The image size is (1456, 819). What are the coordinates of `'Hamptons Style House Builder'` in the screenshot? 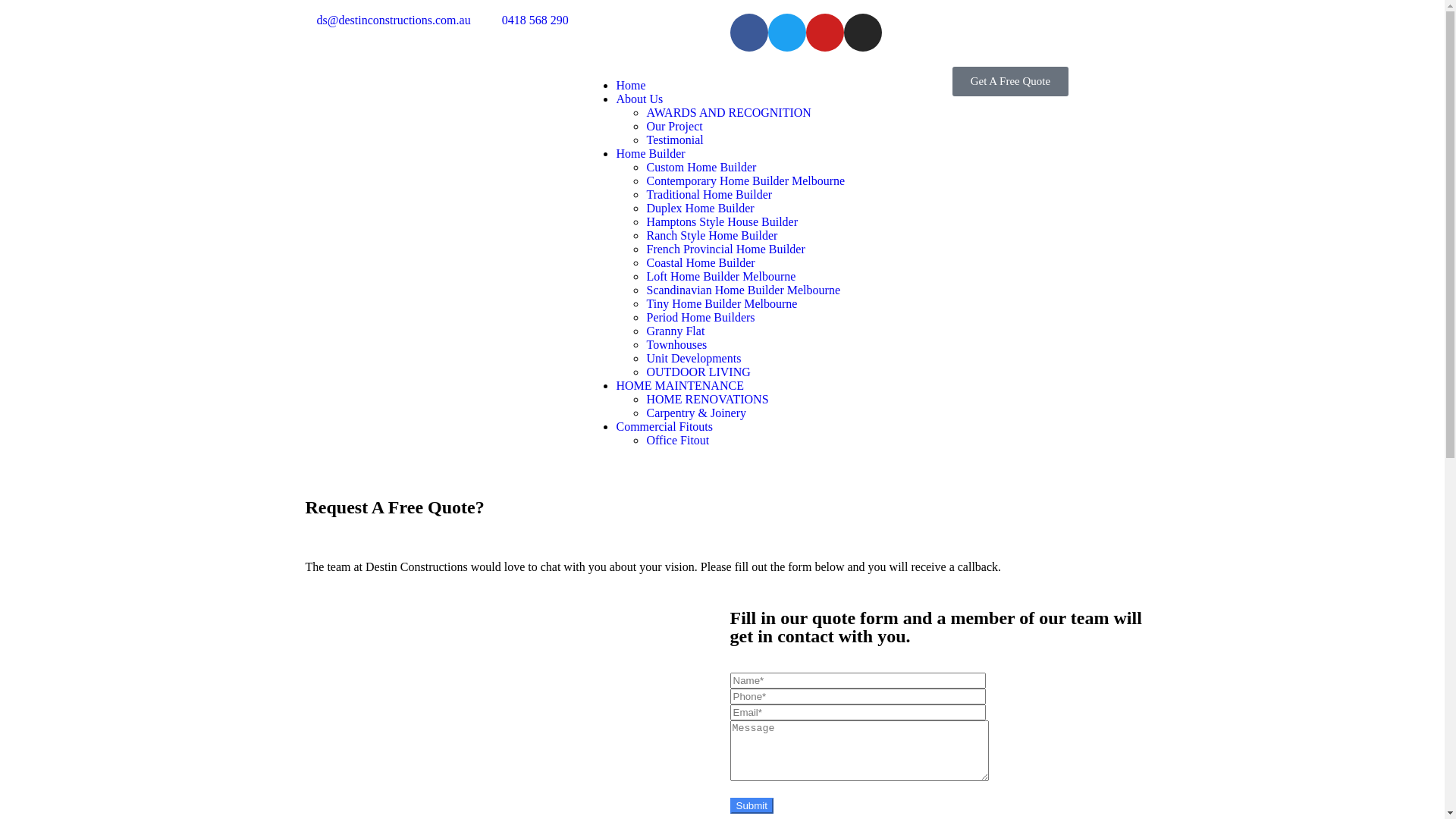 It's located at (720, 221).